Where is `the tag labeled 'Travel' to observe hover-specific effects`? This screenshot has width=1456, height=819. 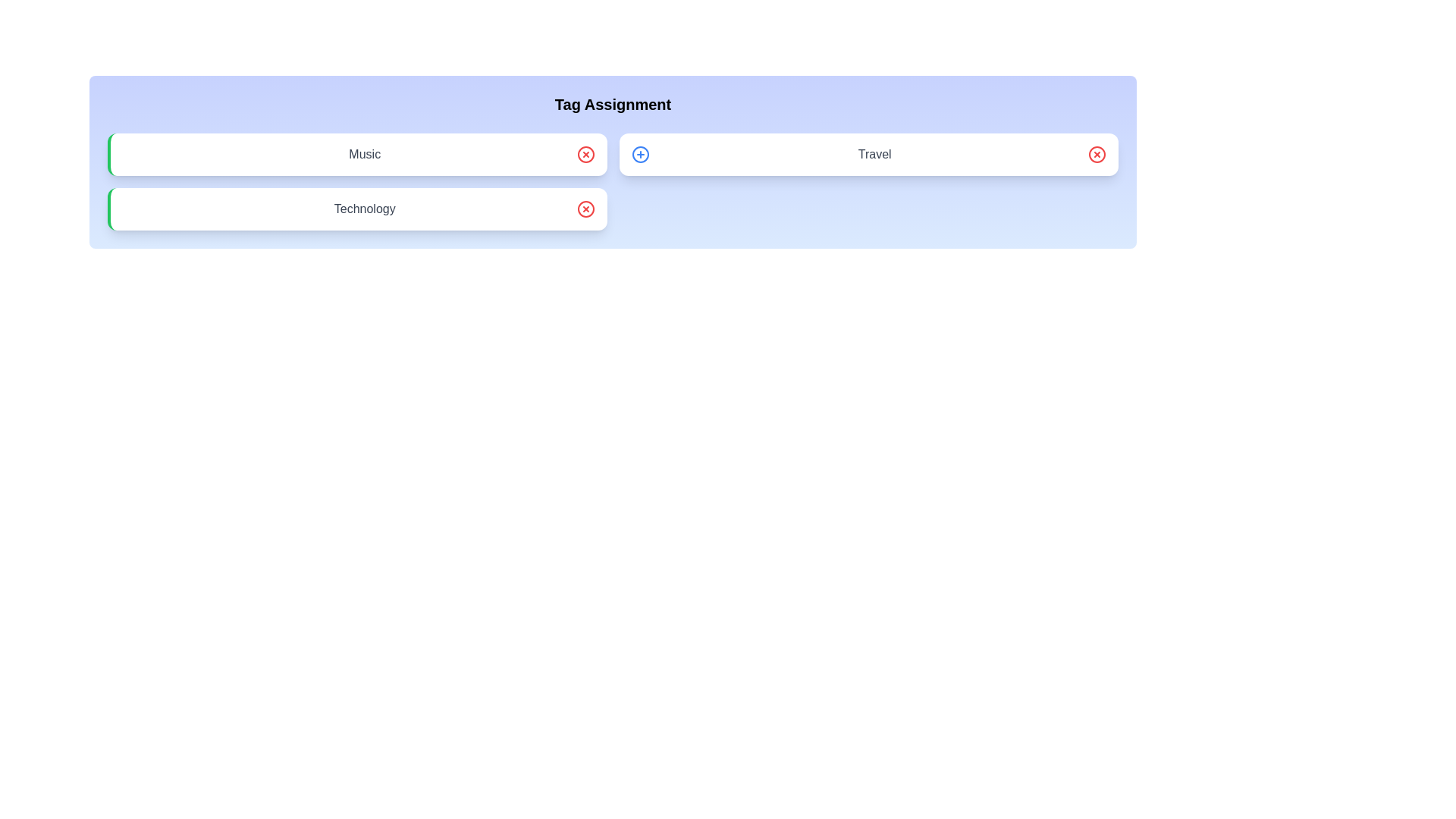
the tag labeled 'Travel' to observe hover-specific effects is located at coordinates (868, 155).